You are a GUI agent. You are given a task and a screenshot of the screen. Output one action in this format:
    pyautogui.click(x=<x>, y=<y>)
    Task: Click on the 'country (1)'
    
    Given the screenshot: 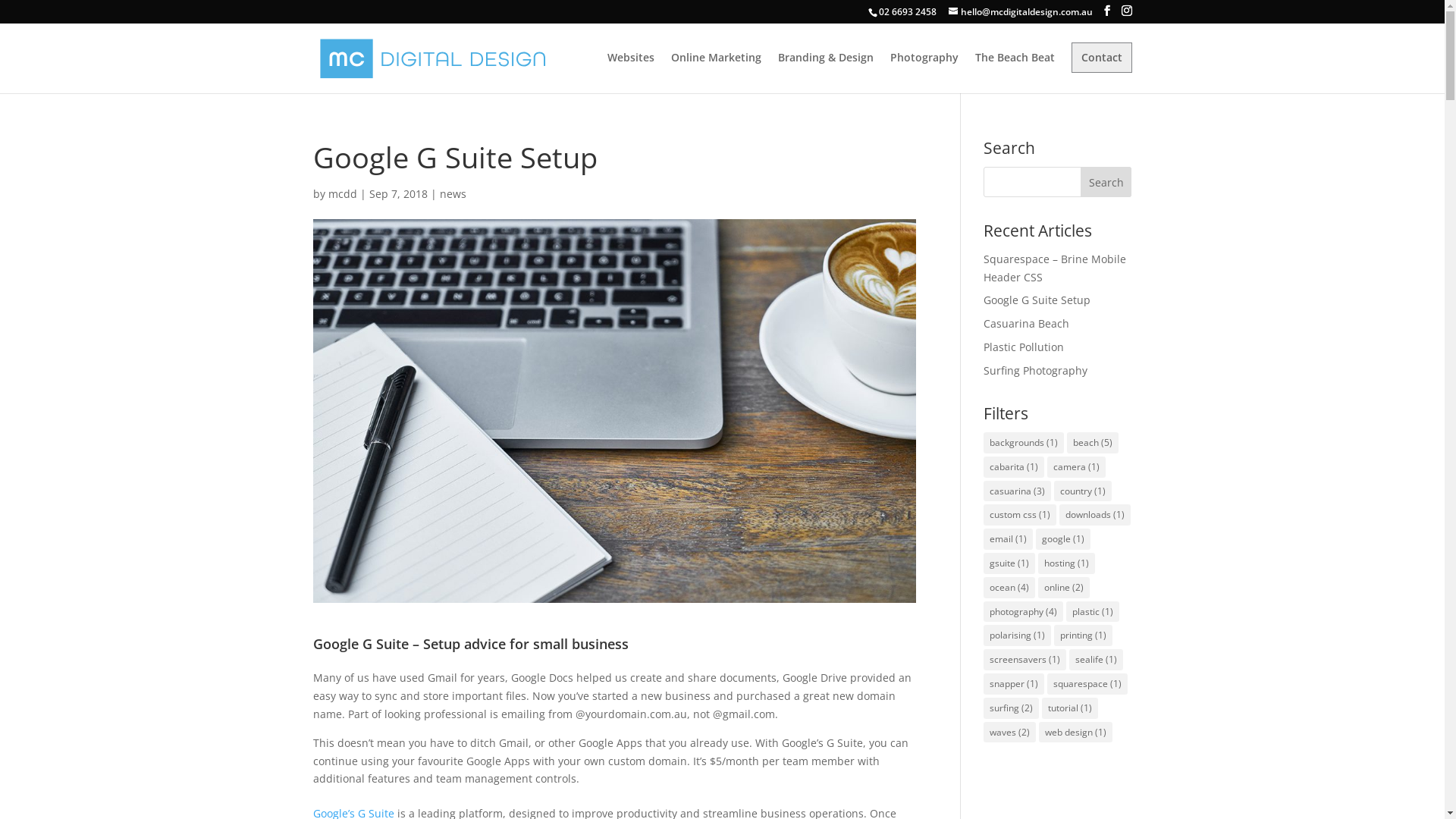 What is the action you would take?
    pyautogui.click(x=1082, y=491)
    